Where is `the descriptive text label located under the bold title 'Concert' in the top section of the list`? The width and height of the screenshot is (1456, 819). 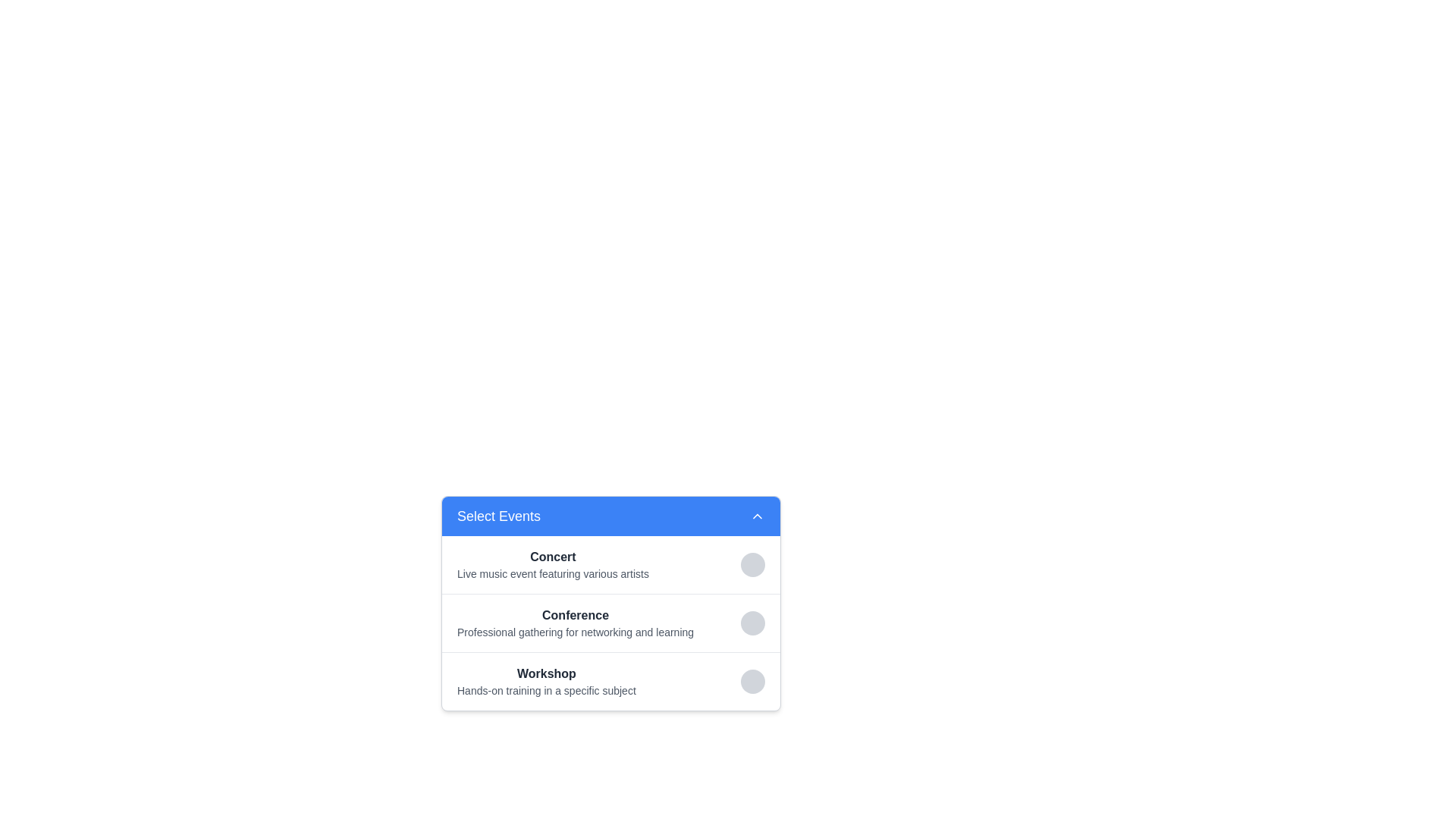 the descriptive text label located under the bold title 'Concert' in the top section of the list is located at coordinates (552, 573).